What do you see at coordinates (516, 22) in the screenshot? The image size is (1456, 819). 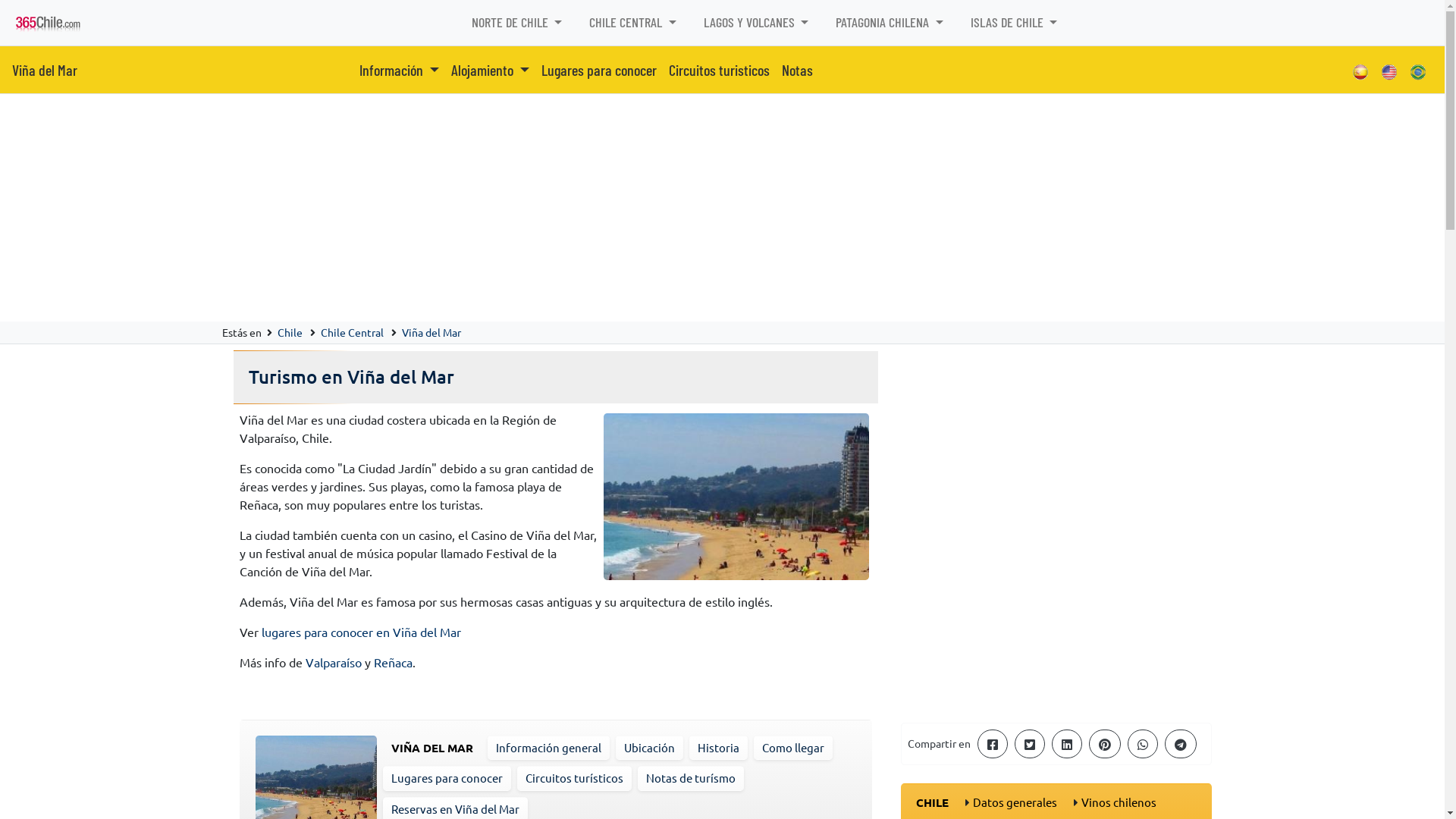 I see `'NORTE DE CHILE'` at bounding box center [516, 22].